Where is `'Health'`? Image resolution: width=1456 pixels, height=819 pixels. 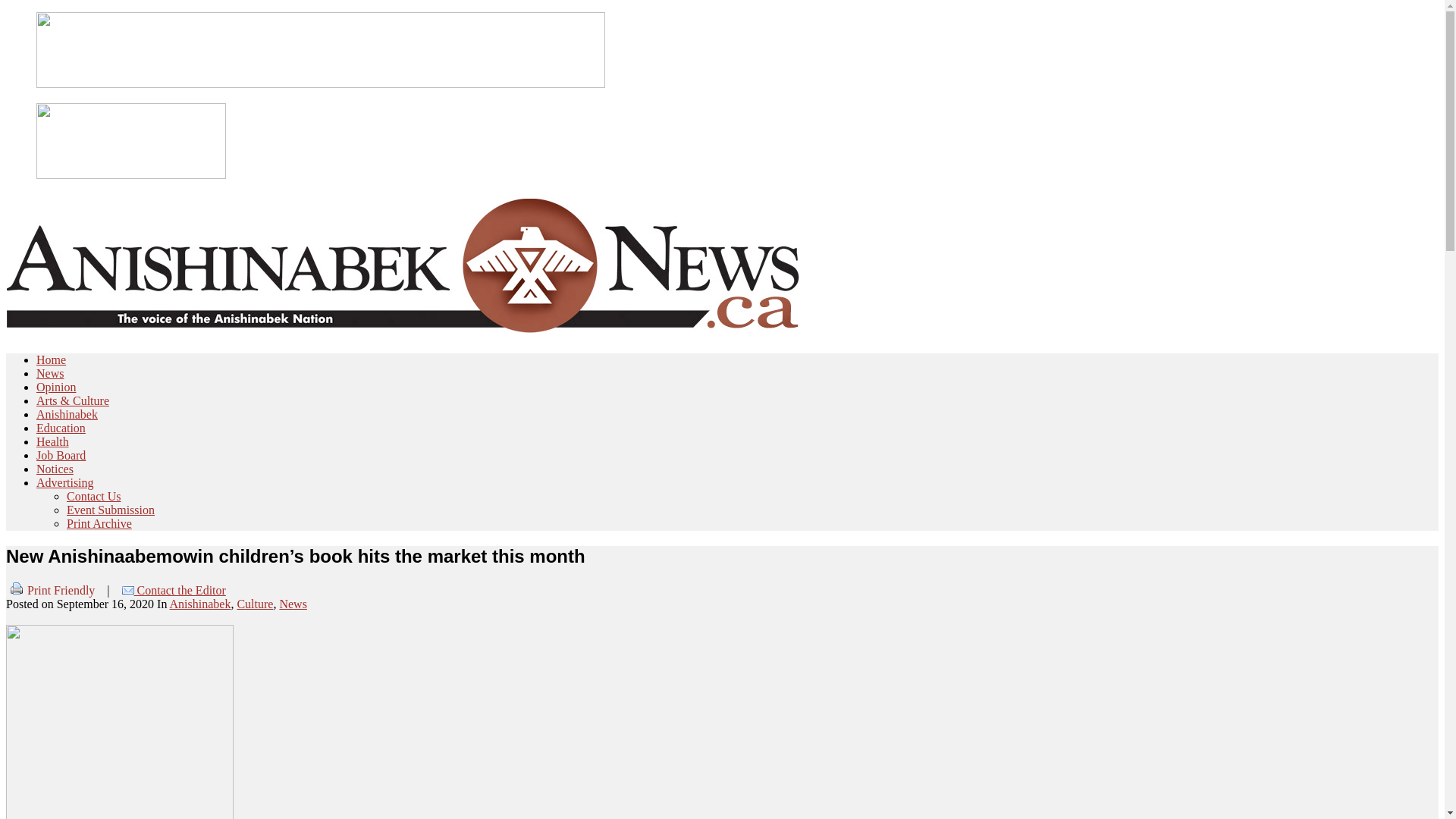 'Health' is located at coordinates (52, 441).